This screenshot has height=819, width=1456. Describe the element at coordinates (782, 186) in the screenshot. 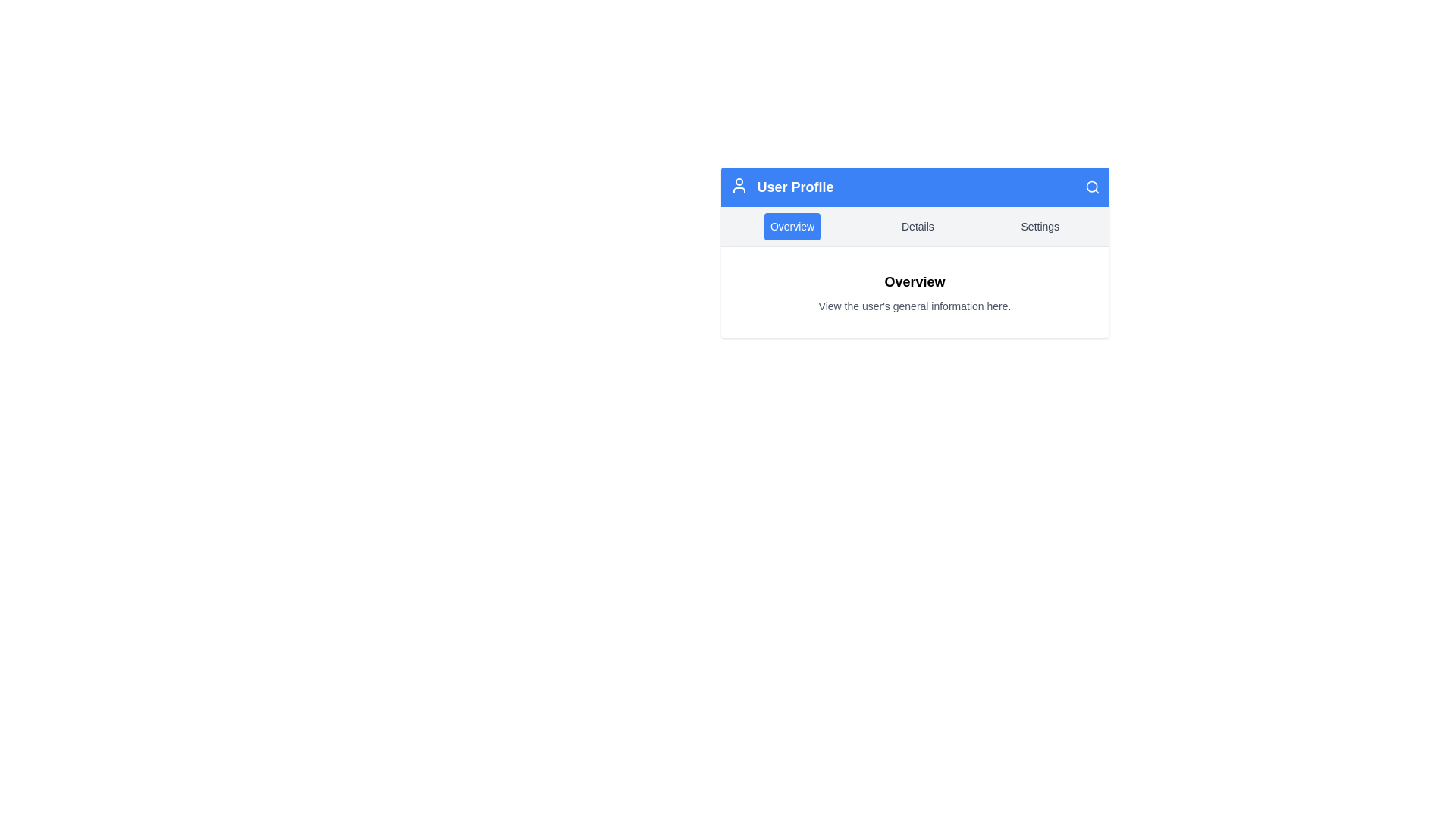

I see `the 'User Profile' text label in the top left section of the blue header bar to interact with the profile section` at that location.